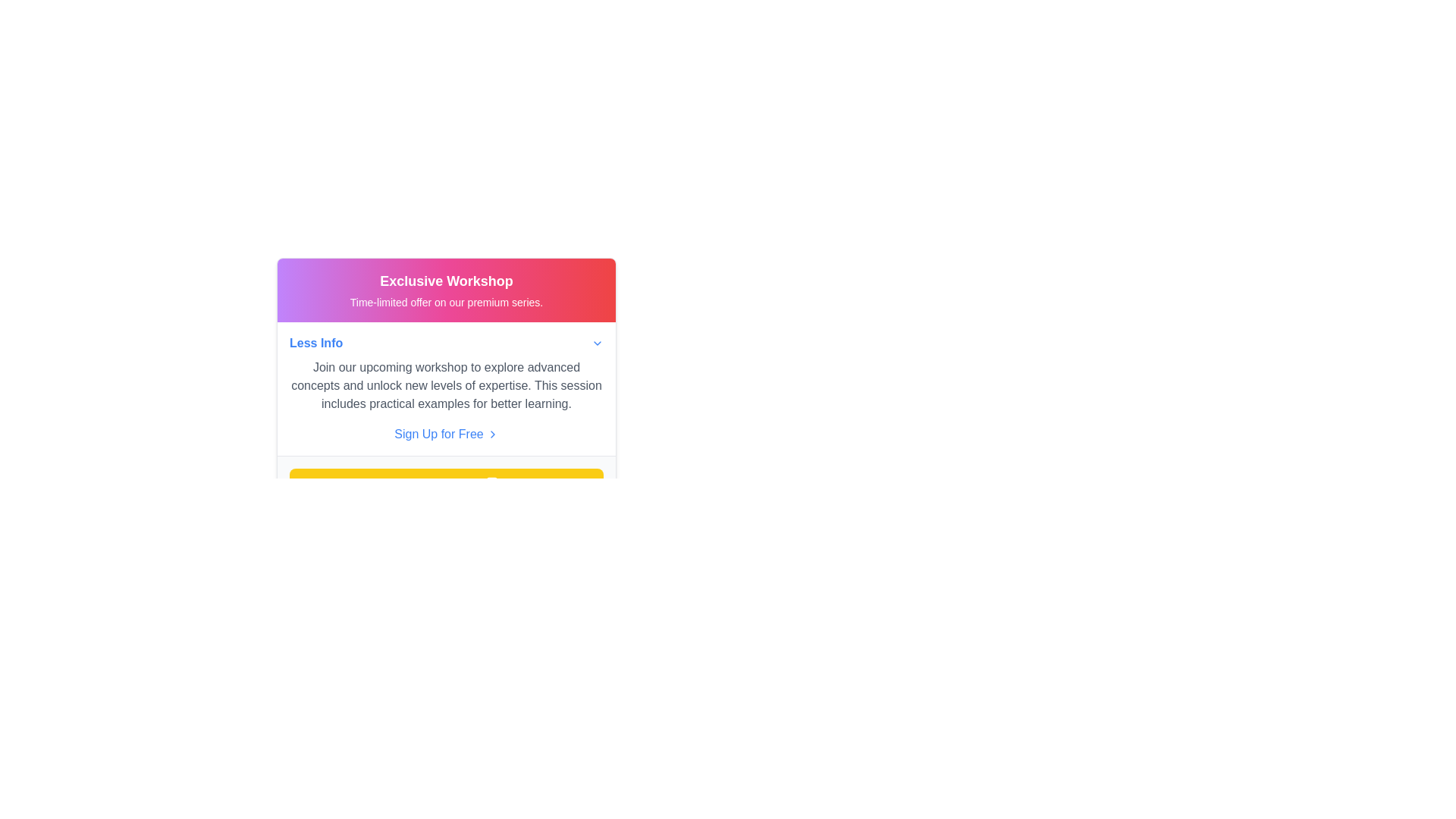 The width and height of the screenshot is (1456, 819). I want to click on the clickable hyperlink styled as a button located underneath the workshop details, so click(446, 435).